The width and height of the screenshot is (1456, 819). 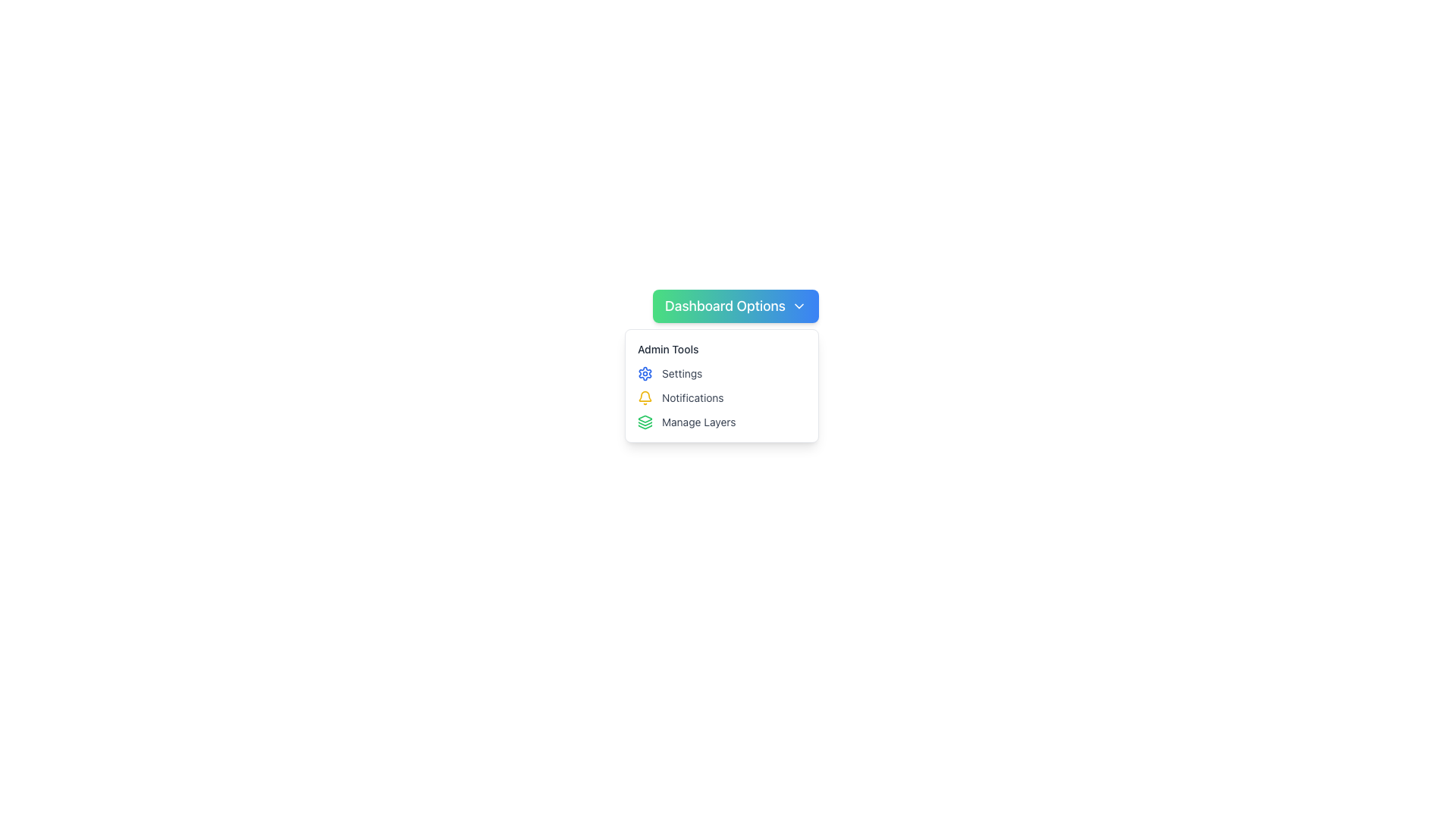 I want to click on the 'Notifications' subsection within the vertical menu, which is styled with a white background and light gray borders, located between 'Settings' and 'Manage Layers', so click(x=720, y=385).